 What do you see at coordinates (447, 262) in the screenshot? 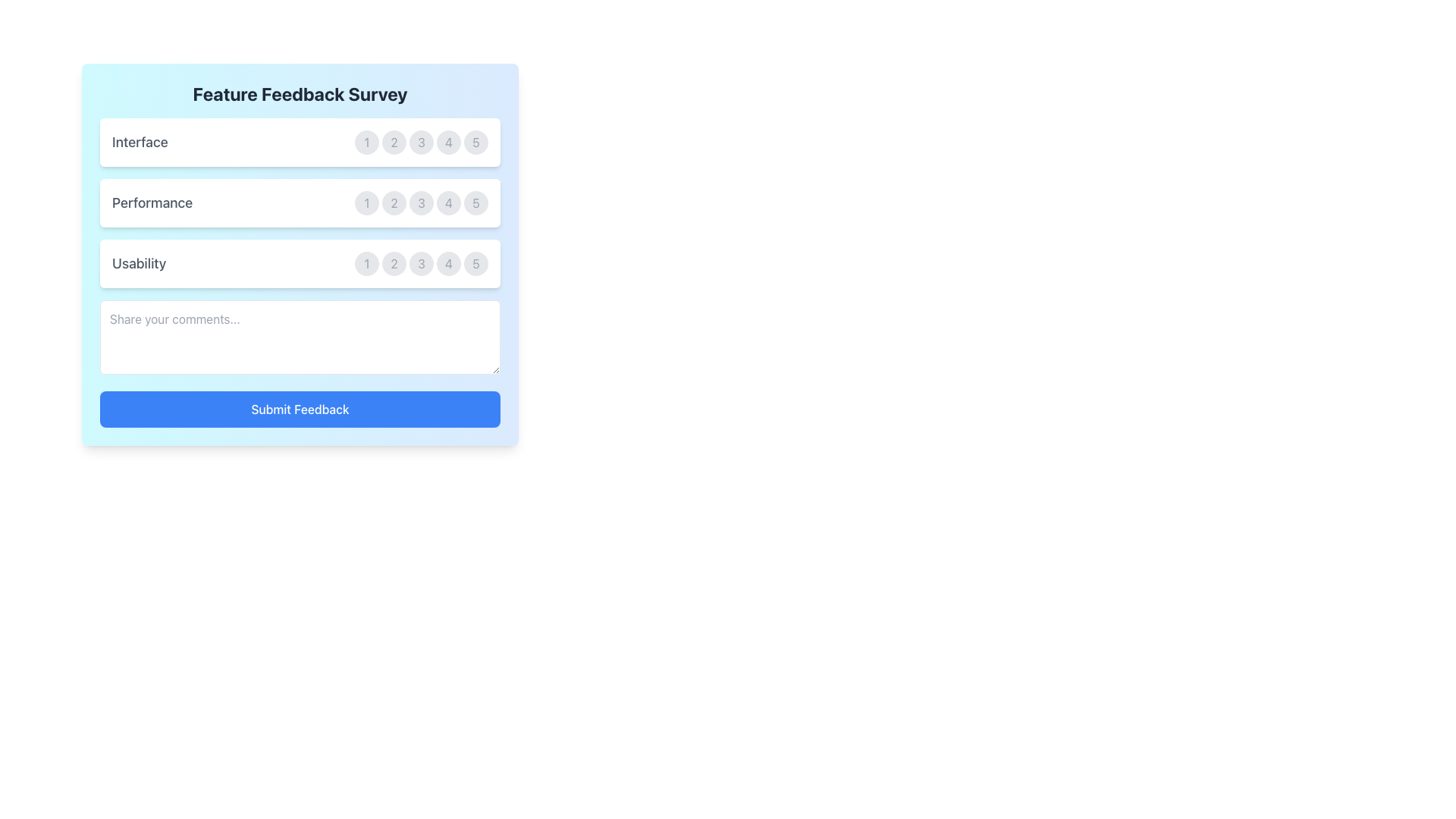
I see `the circular button with the number '4' and light gray background to activate its hover effects` at bounding box center [447, 262].